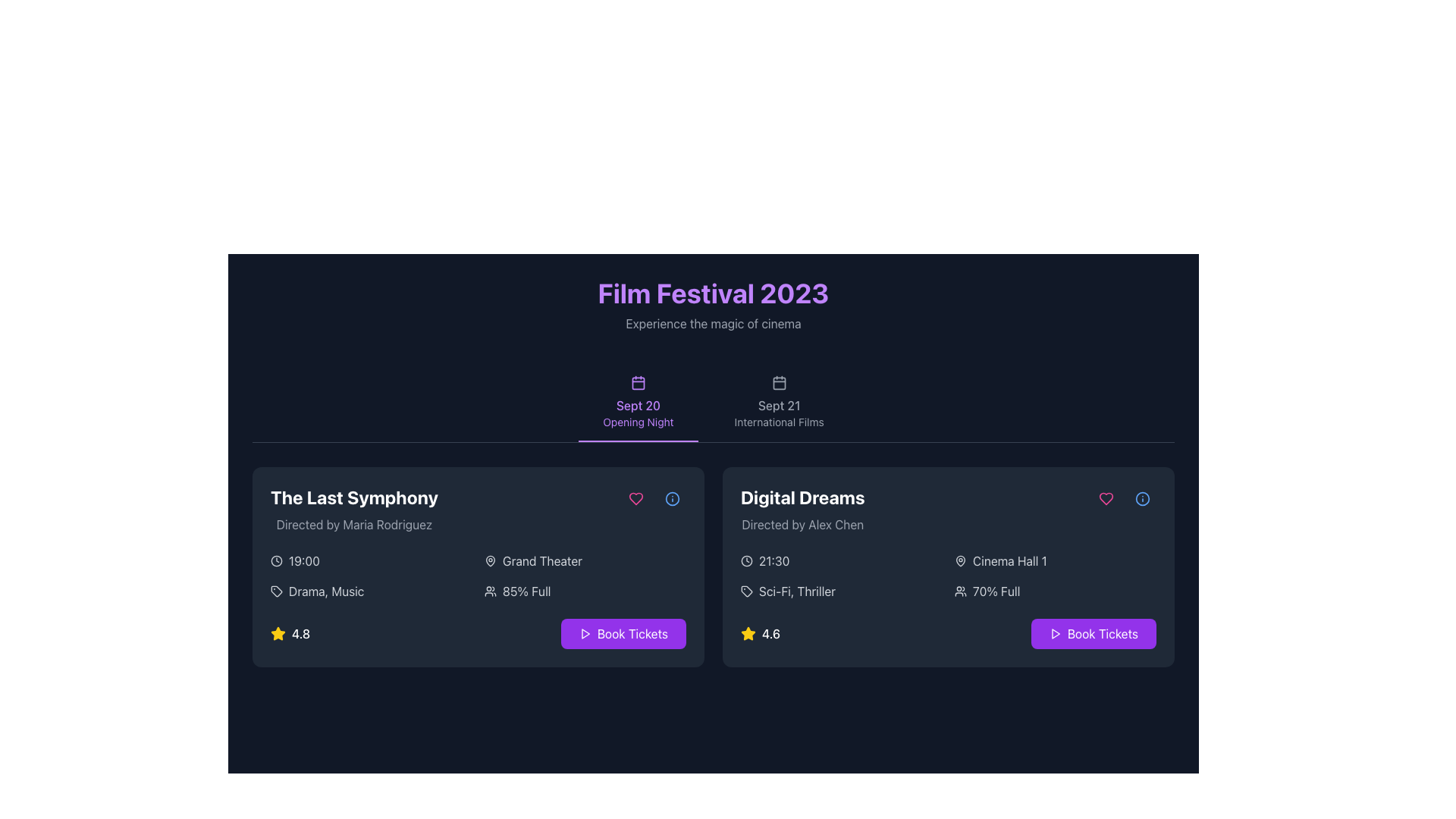 The width and height of the screenshot is (1456, 819). I want to click on the 'users' symbol icon, which is styled with thin, sharp strokes and located to the left of the '70% Full' text in the bottom right section of the 'Digital Dreams' film card, so click(960, 590).